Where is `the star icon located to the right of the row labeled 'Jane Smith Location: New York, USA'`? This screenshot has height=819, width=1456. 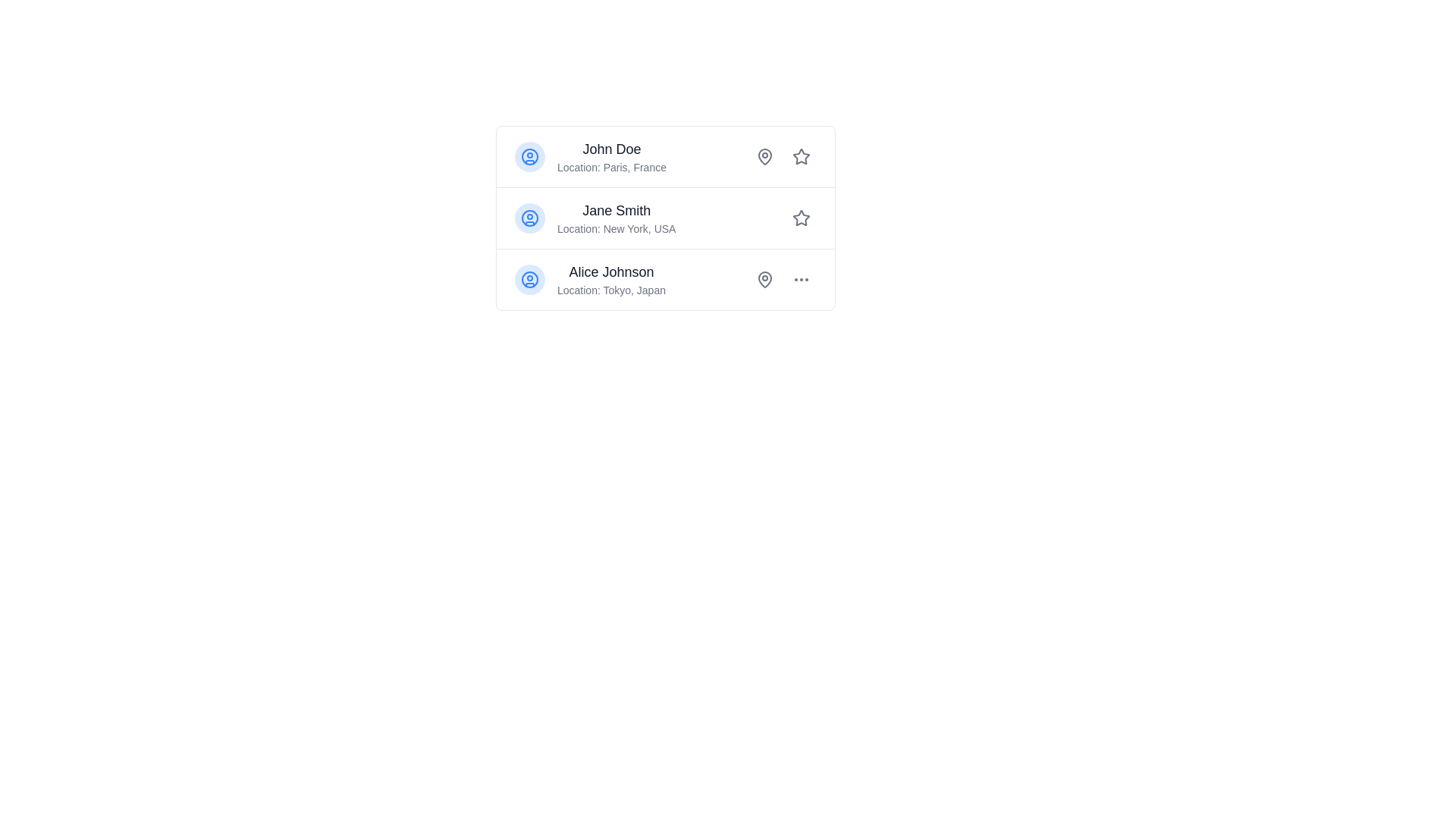 the star icon located to the right of the row labeled 'Jane Smith Location: New York, USA' is located at coordinates (800, 218).